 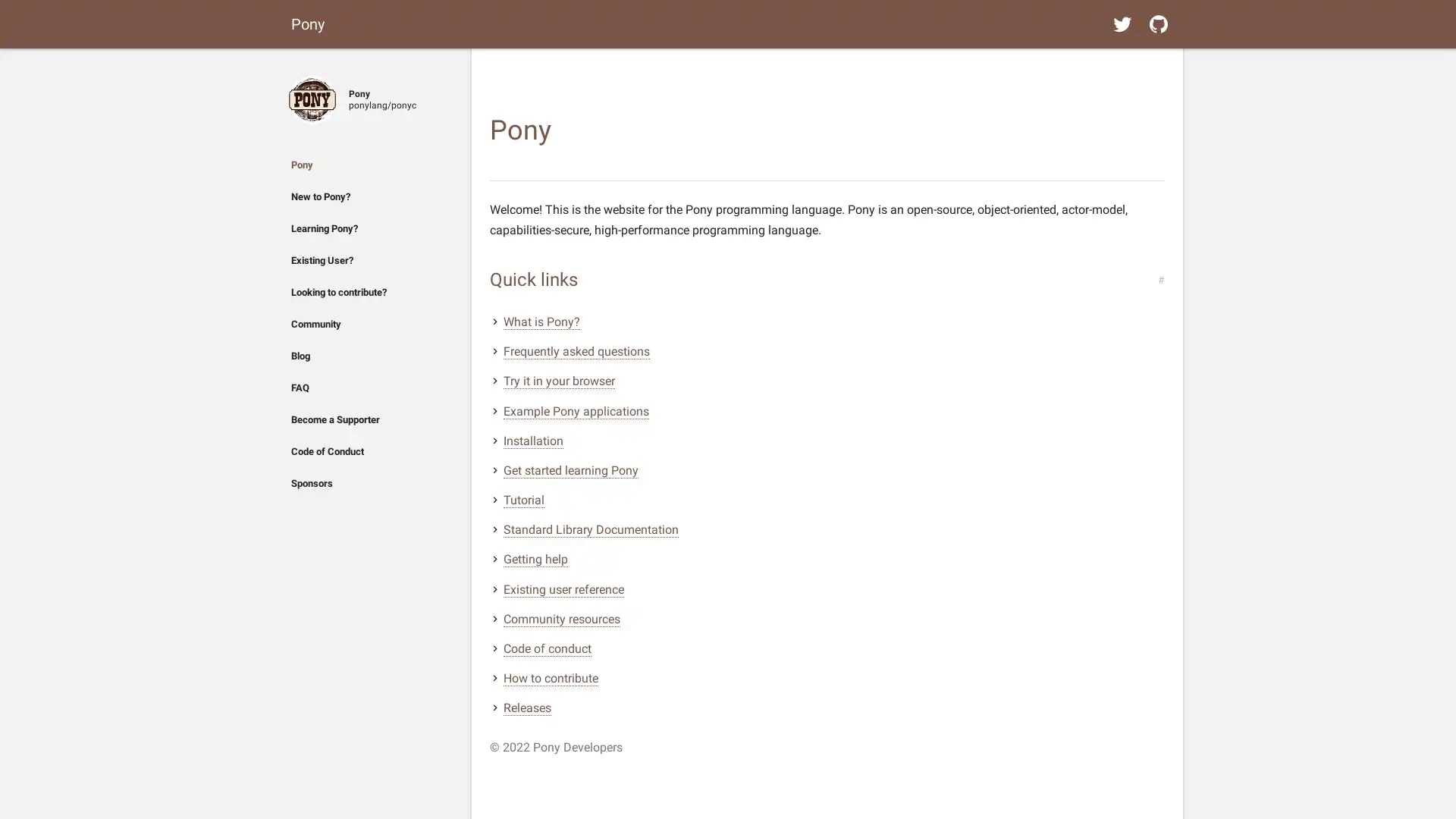 I want to click on GitHub, so click(x=1157, y=24).